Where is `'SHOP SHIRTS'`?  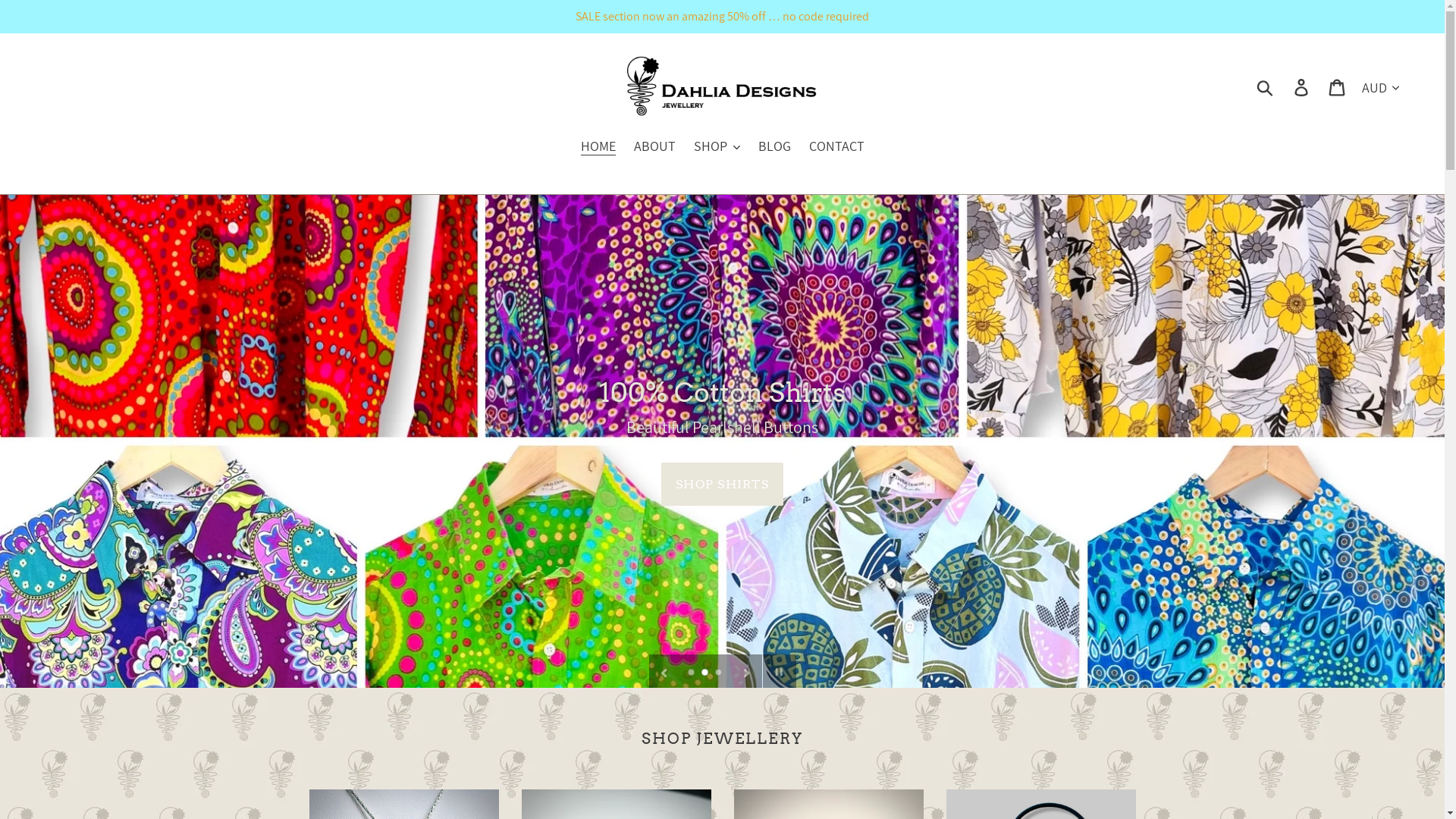 'SHOP SHIRTS' is located at coordinates (721, 494).